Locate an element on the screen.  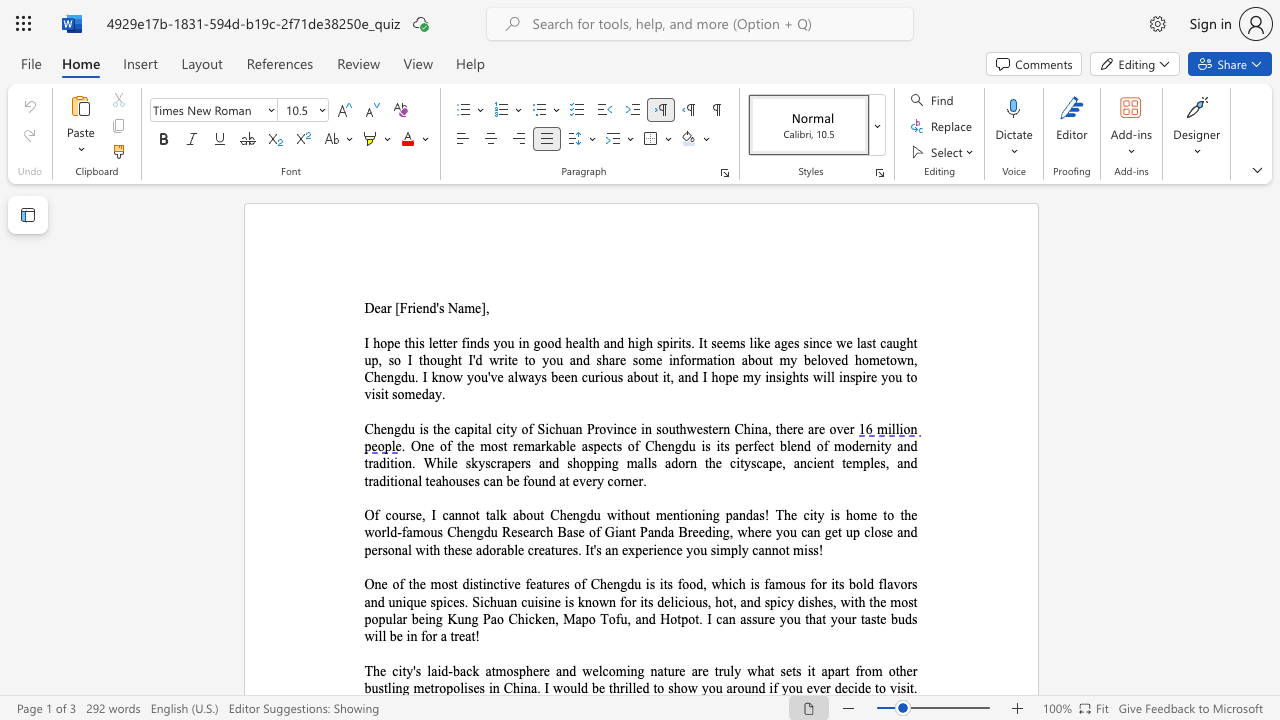
the space between the continuous character "]" and "," in the text is located at coordinates (485, 308).